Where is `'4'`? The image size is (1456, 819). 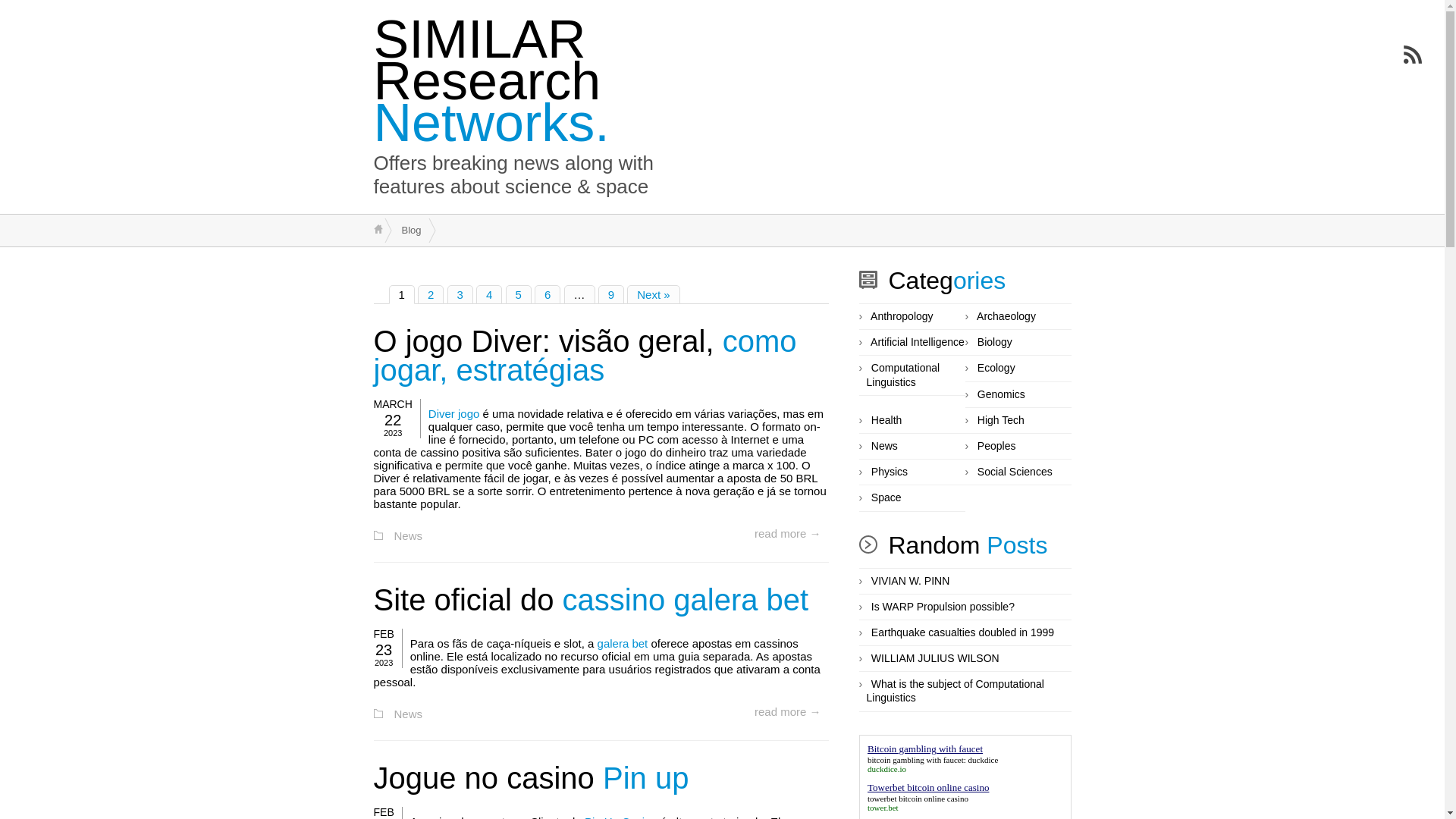 '4' is located at coordinates (475, 294).